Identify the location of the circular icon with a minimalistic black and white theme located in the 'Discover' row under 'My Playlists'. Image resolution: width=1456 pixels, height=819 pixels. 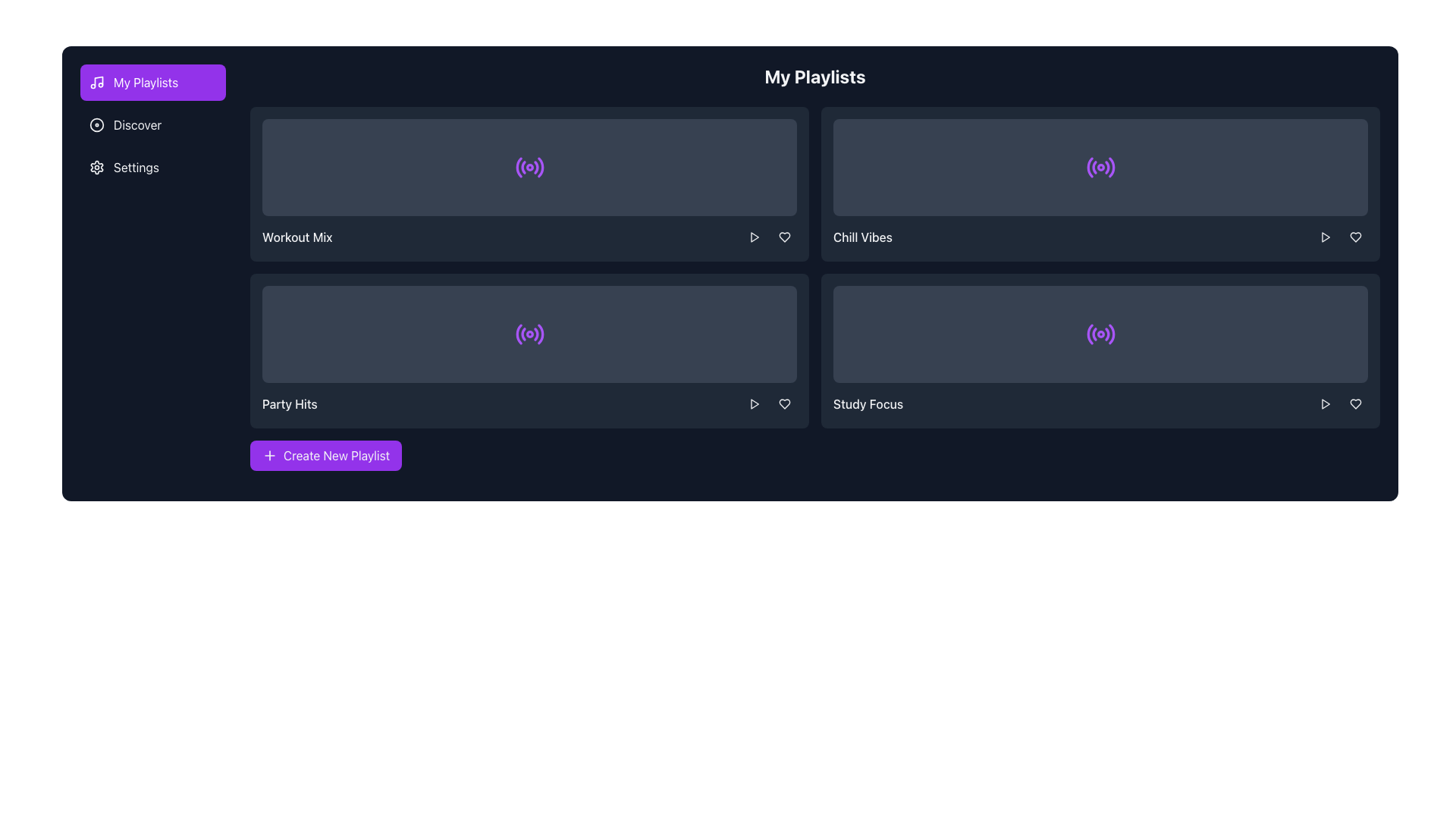
(96, 124).